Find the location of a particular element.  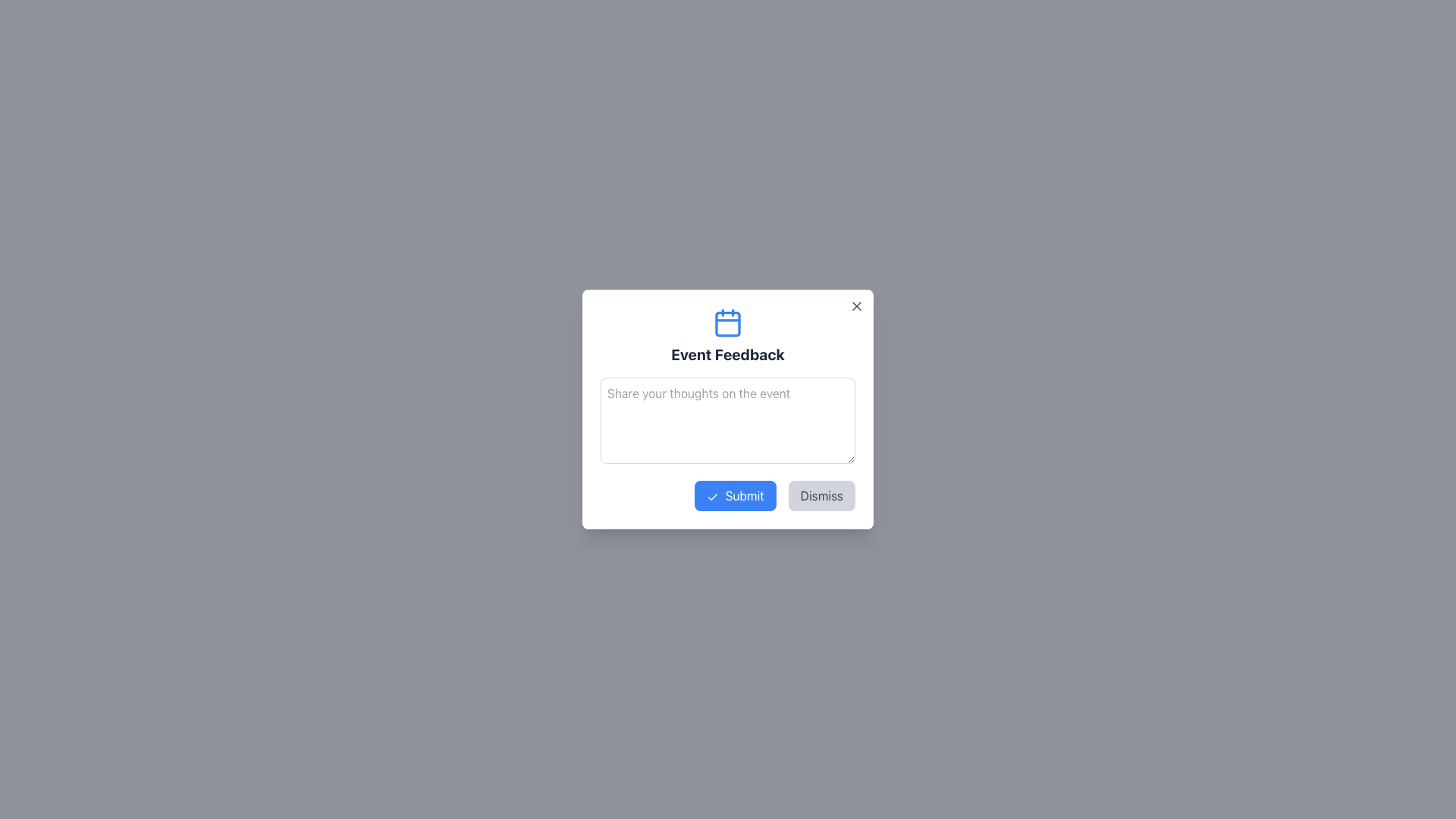

the 'Submit' button within the 'Event Feedback' dialog box, which has a blue background and white text with a checkmark icon, located at the bottom-right of the dialog is located at coordinates (728, 496).